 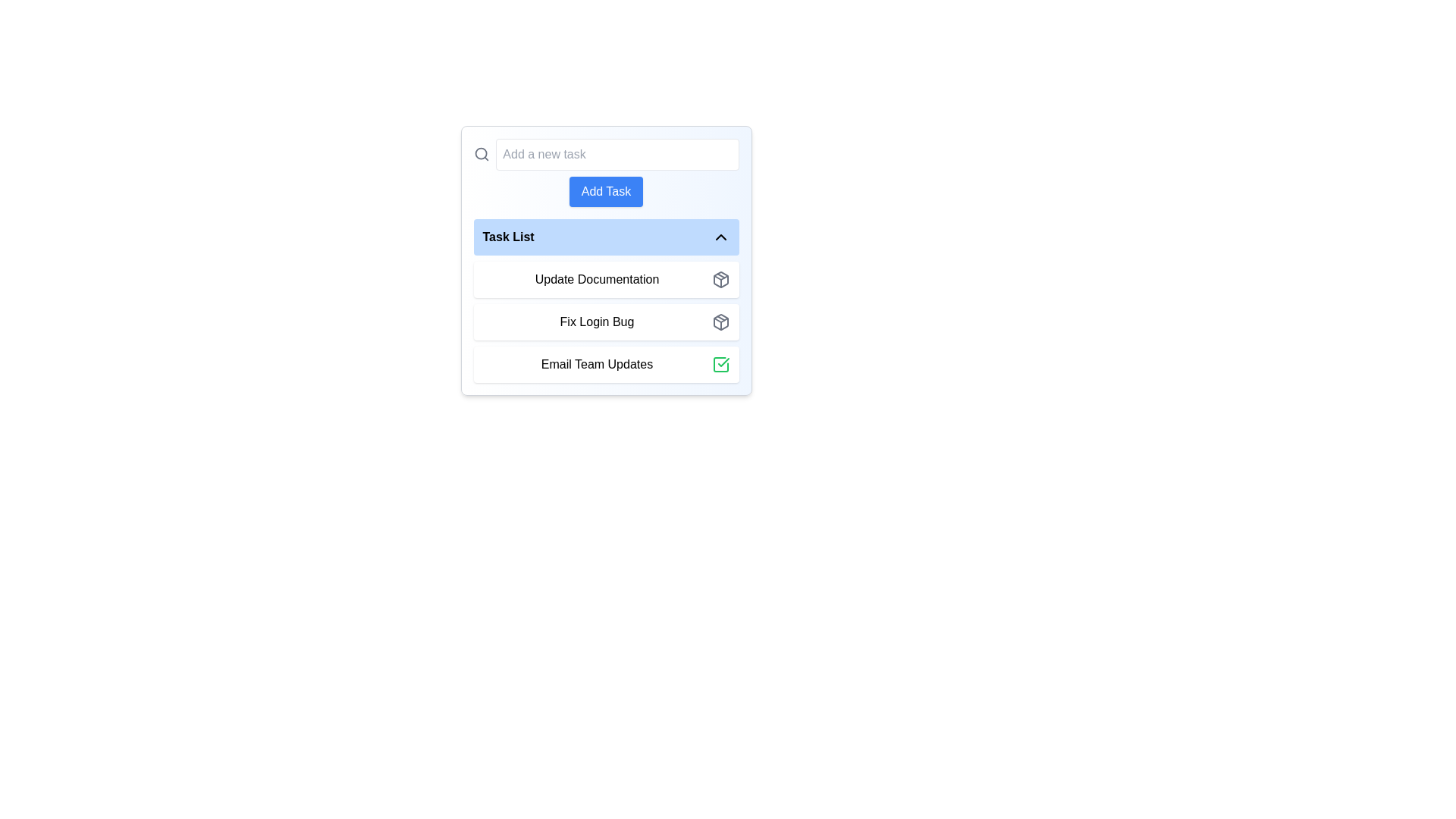 I want to click on the 'Fix Login Bug' text element within the Task List, so click(x=596, y=321).